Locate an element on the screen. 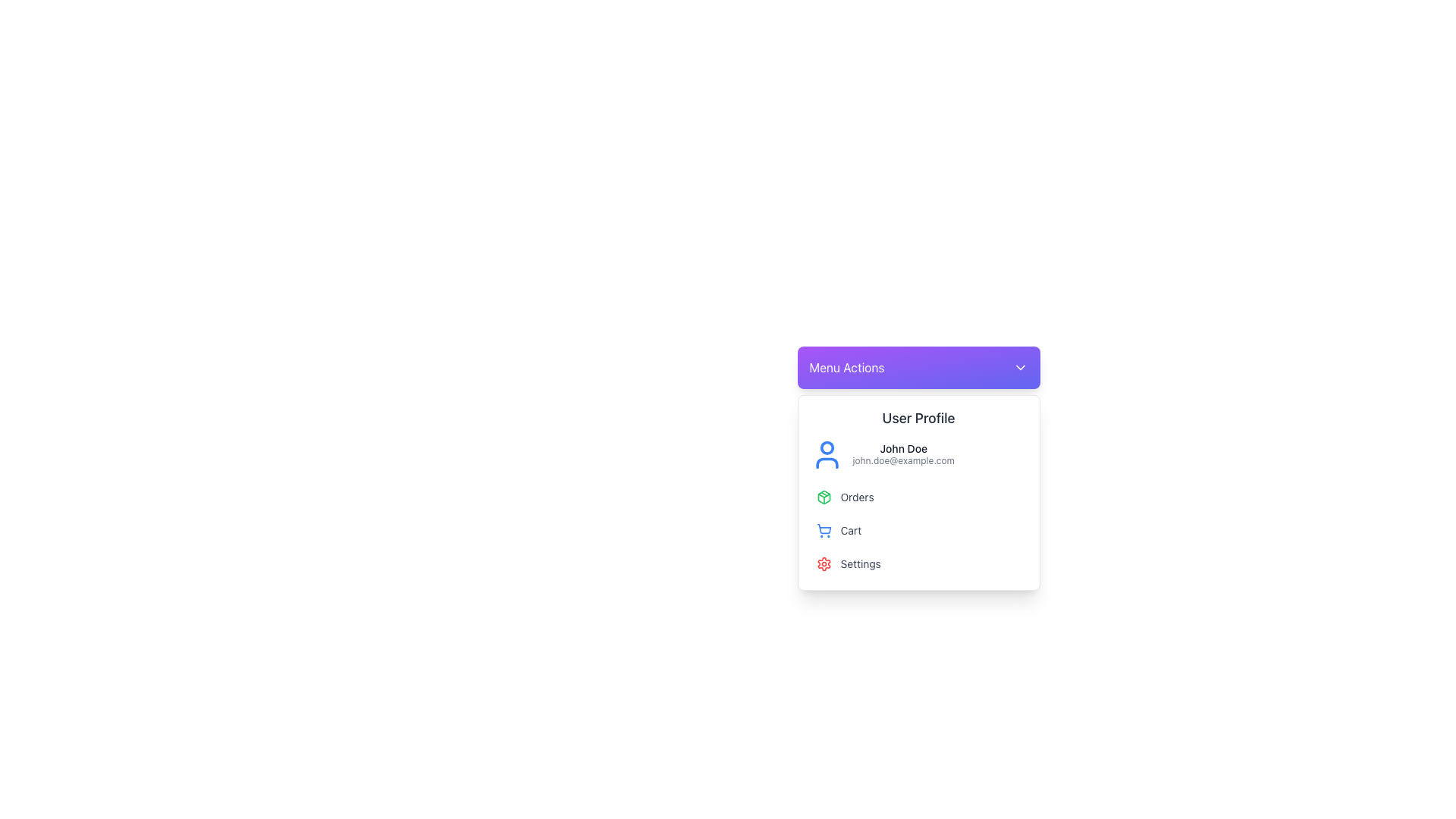 This screenshot has height=819, width=1456. the 'Settings' text label, which is the last option in the interactive list item, aligned with a gear icon to its left, for additional information is located at coordinates (861, 564).